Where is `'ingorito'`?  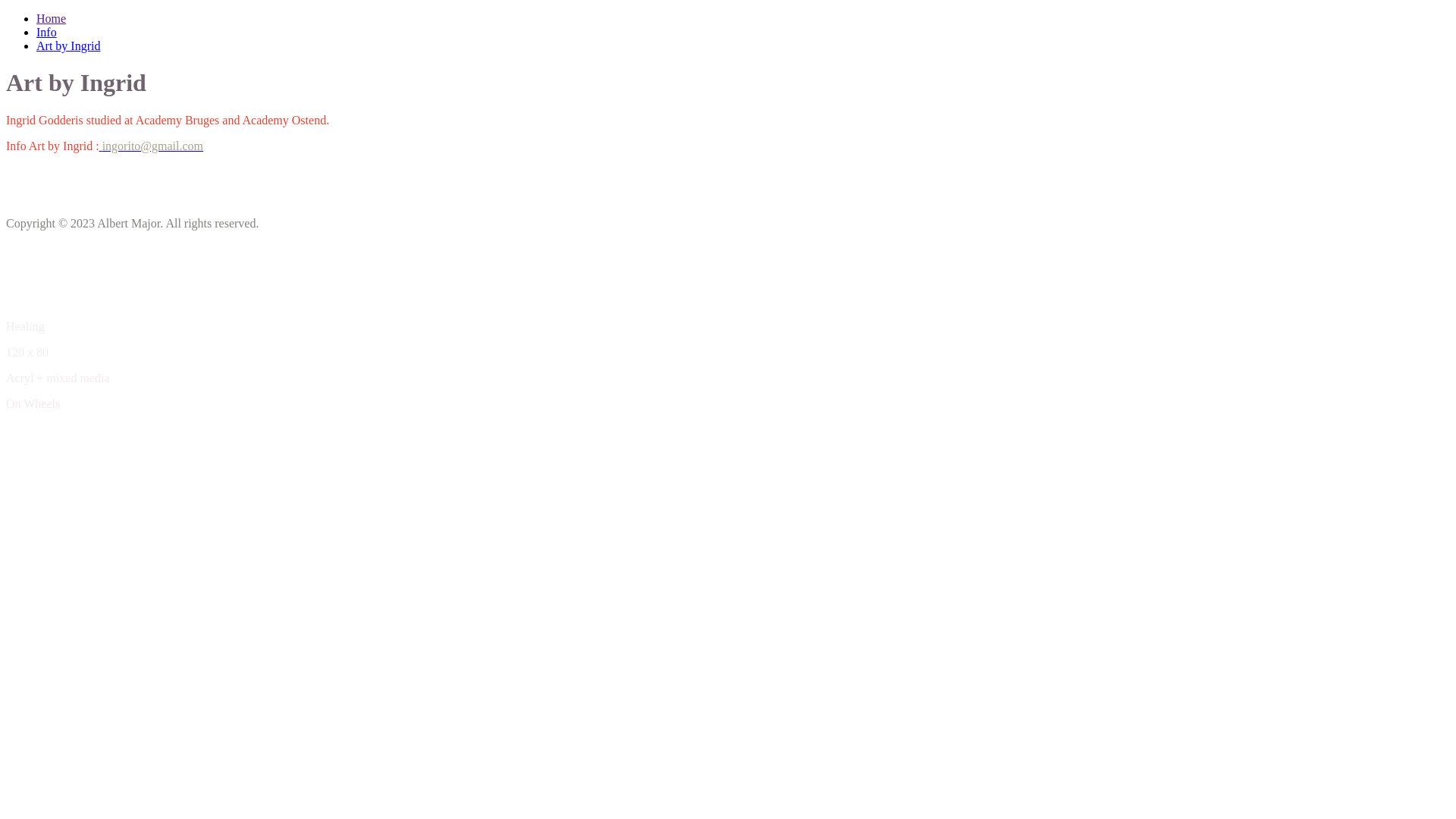 'ingorito' is located at coordinates (100, 146).